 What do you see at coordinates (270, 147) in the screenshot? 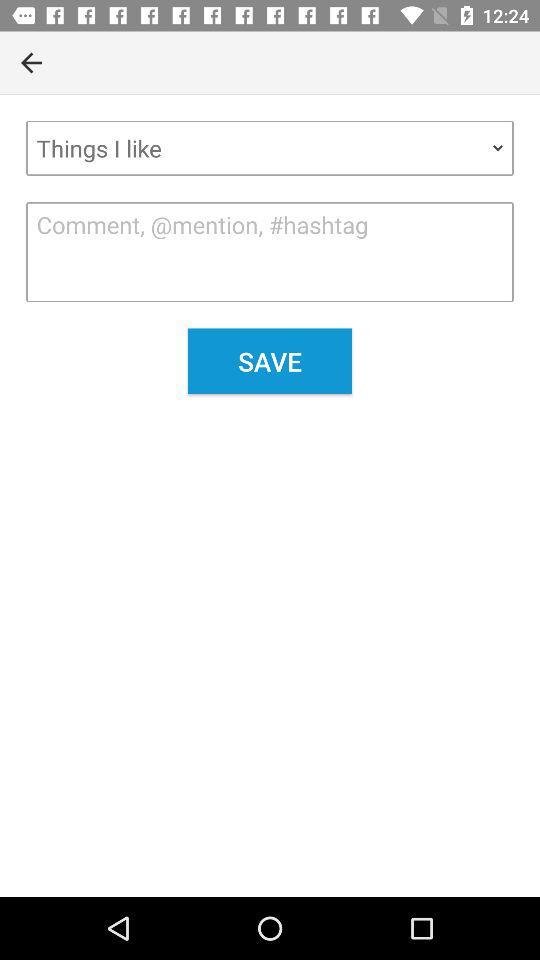
I see `things i like item` at bounding box center [270, 147].